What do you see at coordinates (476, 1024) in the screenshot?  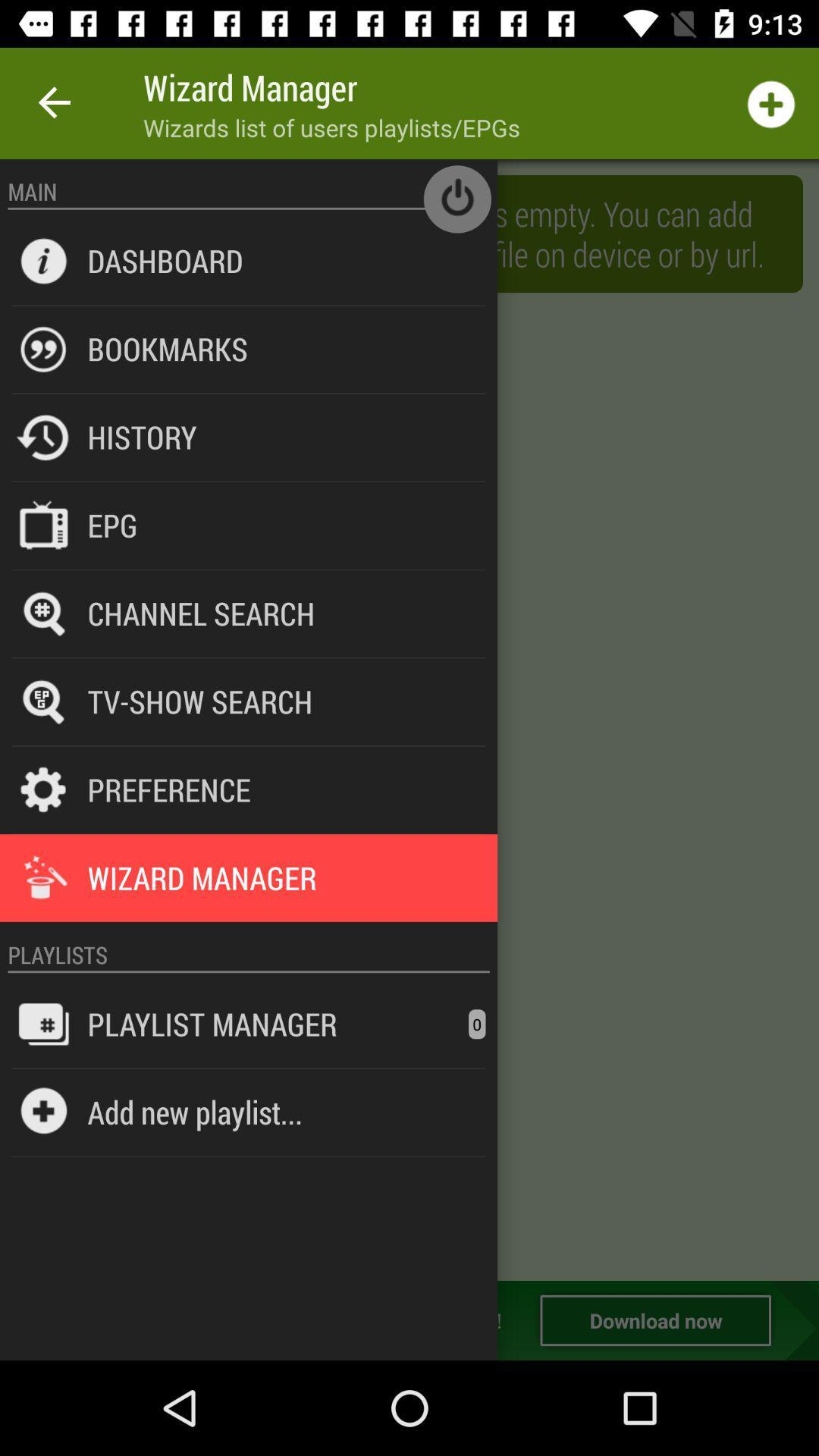 I see `the icon next to playlist manager` at bounding box center [476, 1024].